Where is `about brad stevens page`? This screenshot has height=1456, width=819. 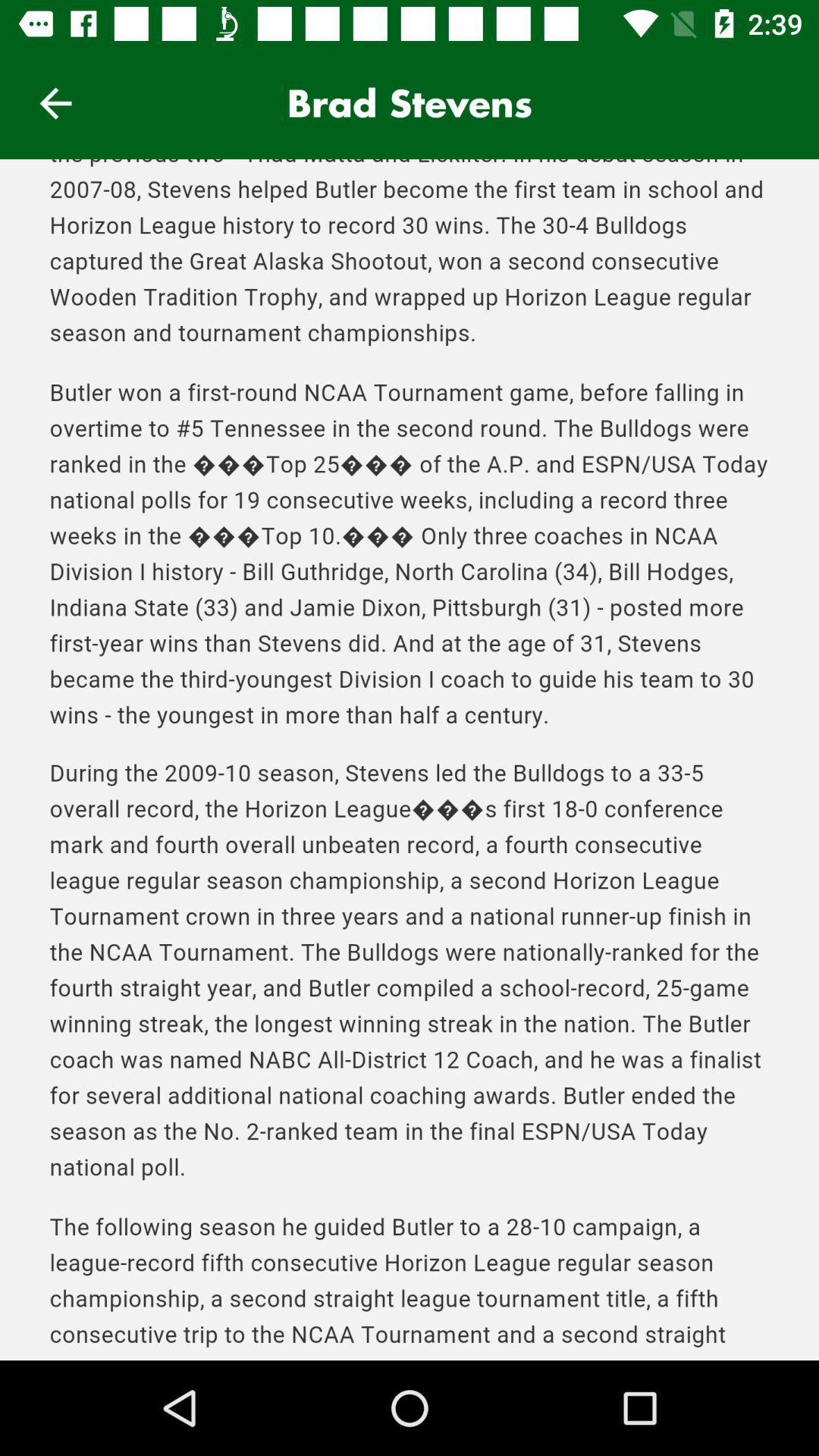 about brad stevens page is located at coordinates (409, 760).